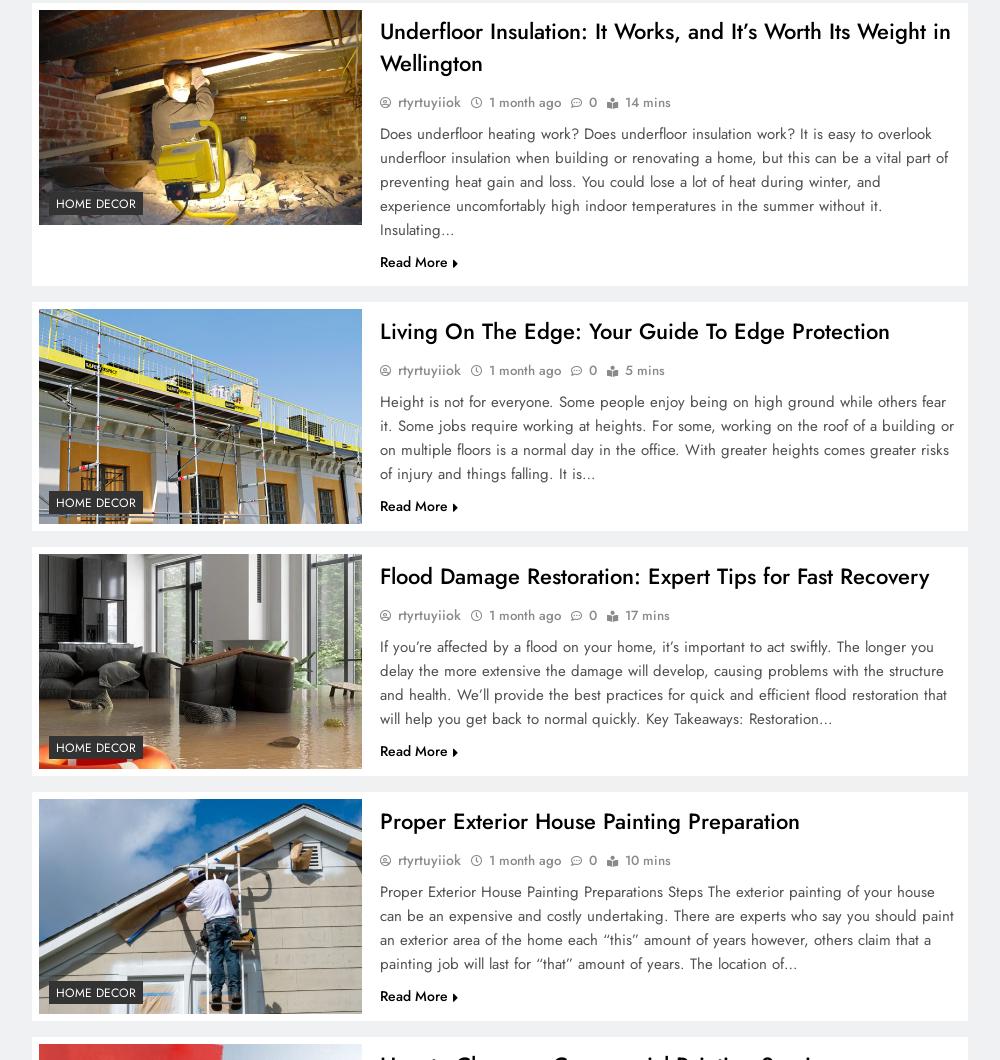 Image resolution: width=1000 pixels, height=1060 pixels. What do you see at coordinates (44, 37) in the screenshot?
I see `'You May Have Missed'` at bounding box center [44, 37].